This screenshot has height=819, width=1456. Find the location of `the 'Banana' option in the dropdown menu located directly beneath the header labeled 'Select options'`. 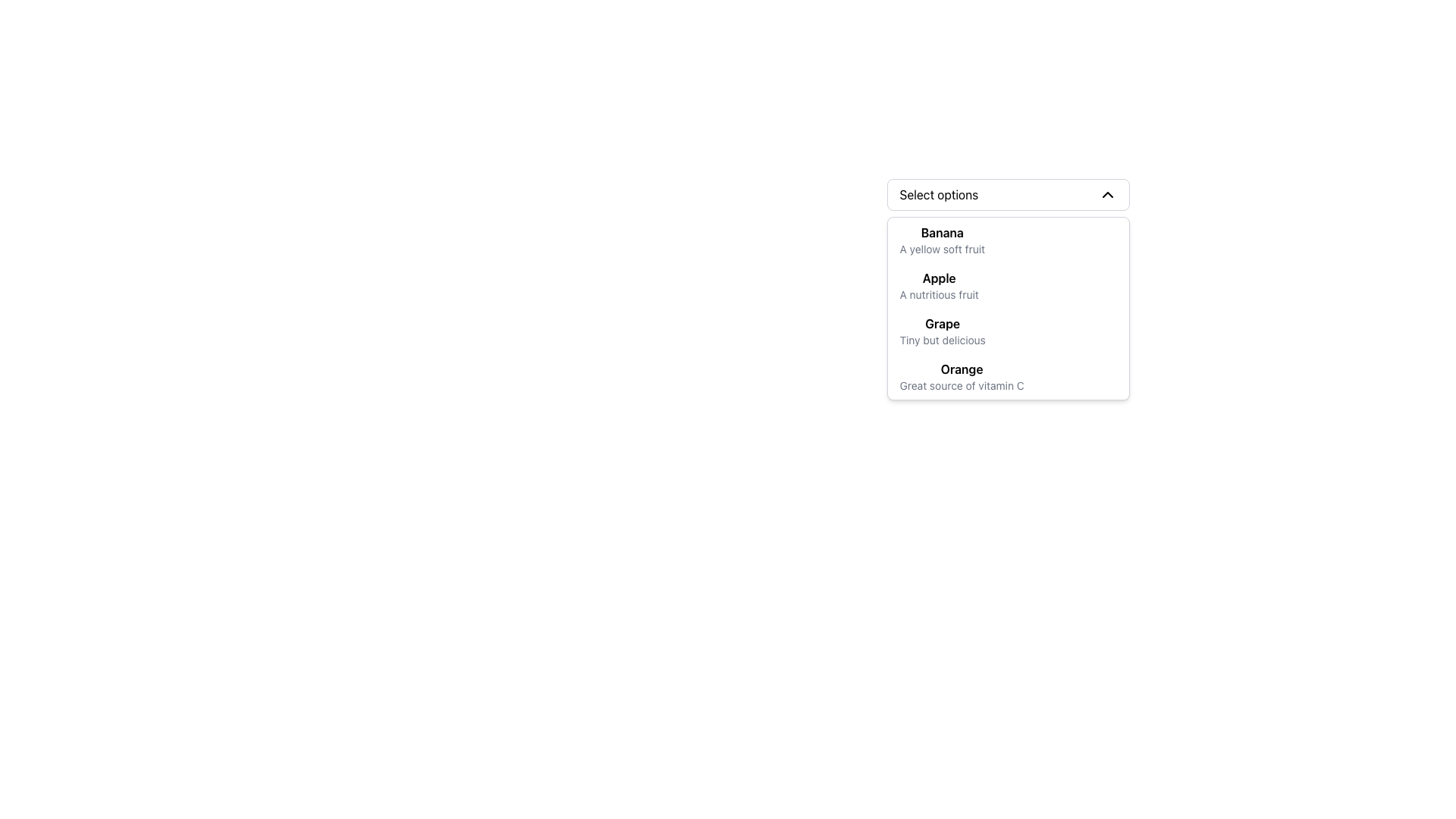

the 'Banana' option in the dropdown menu located directly beneath the header labeled 'Select options' is located at coordinates (941, 239).